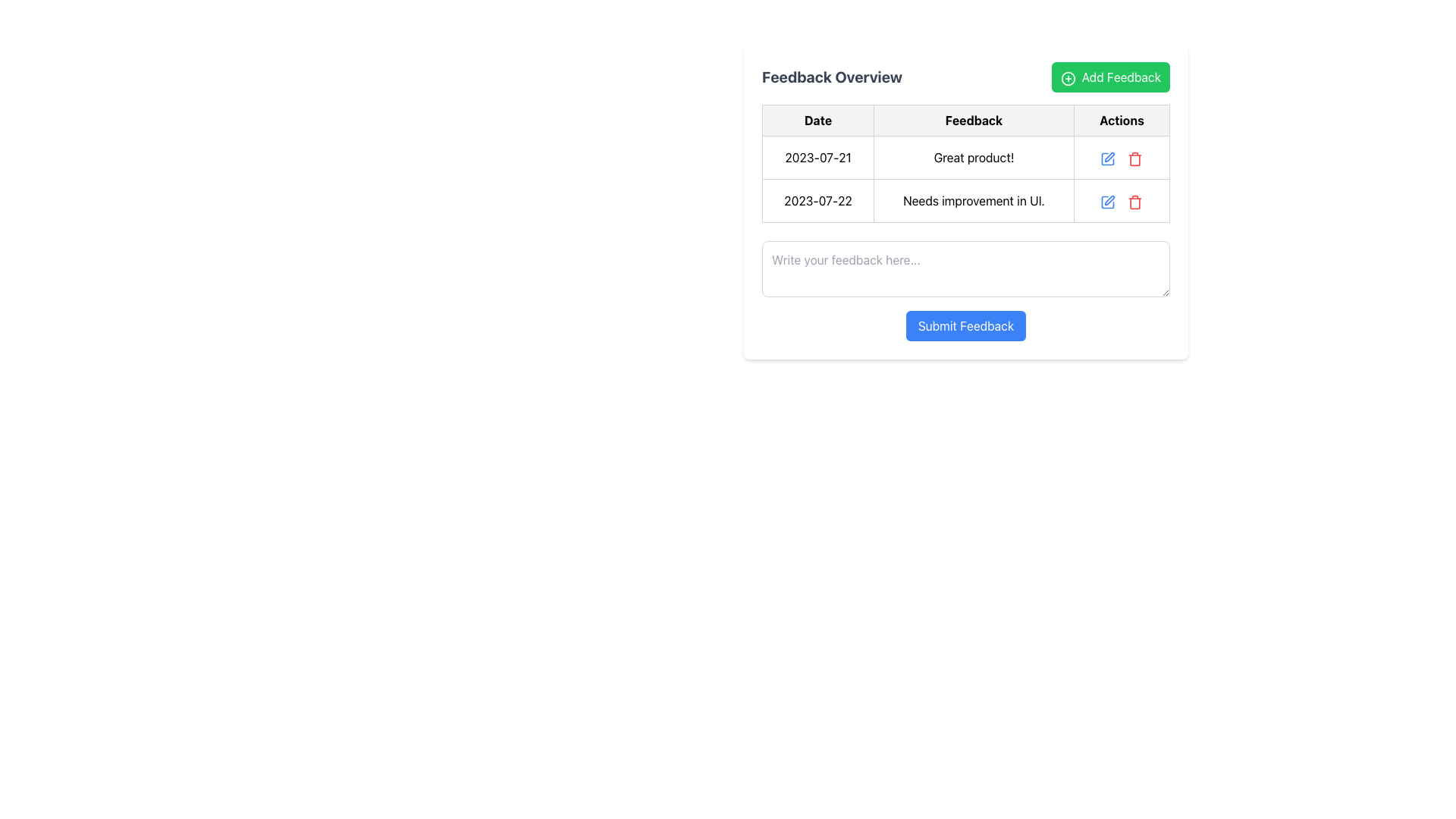  What do you see at coordinates (1067, 78) in the screenshot?
I see `the 'Add Feedback' button located in the top-right corner of the 'Feedback Overview' section by interacting with the button's graphical shape` at bounding box center [1067, 78].